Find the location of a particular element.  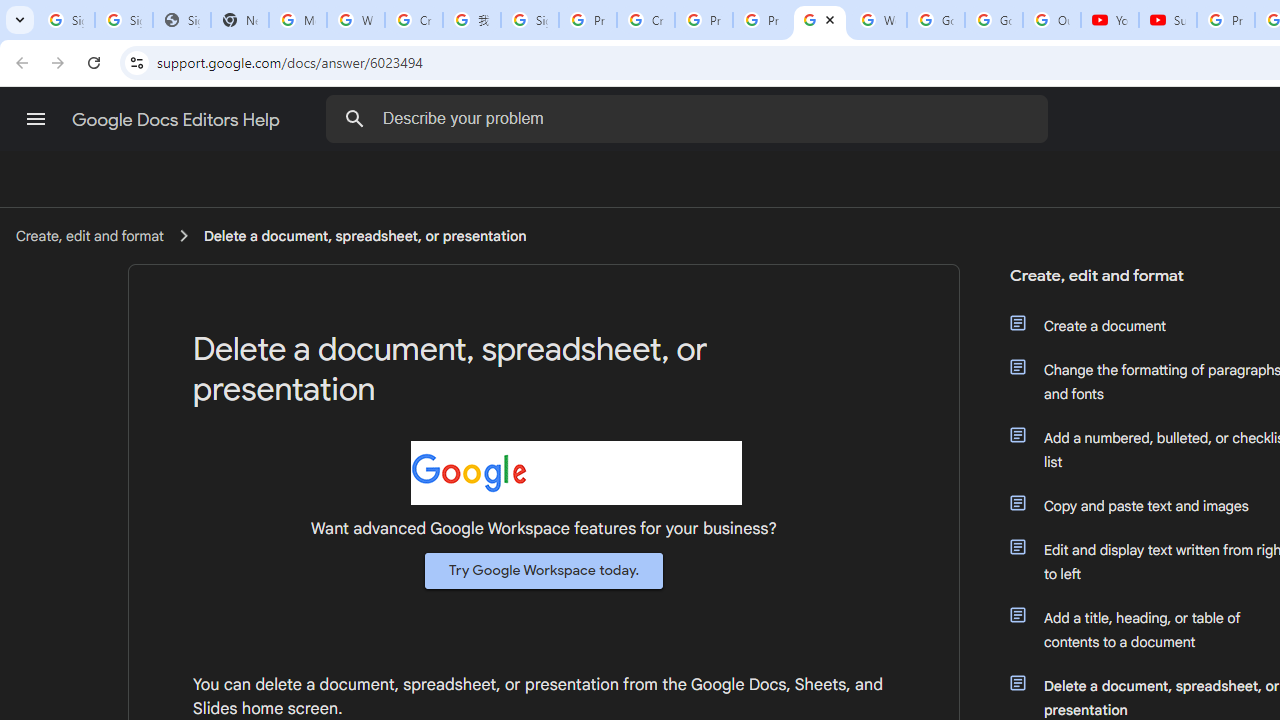

'Google Account' is located at coordinates (993, 20).